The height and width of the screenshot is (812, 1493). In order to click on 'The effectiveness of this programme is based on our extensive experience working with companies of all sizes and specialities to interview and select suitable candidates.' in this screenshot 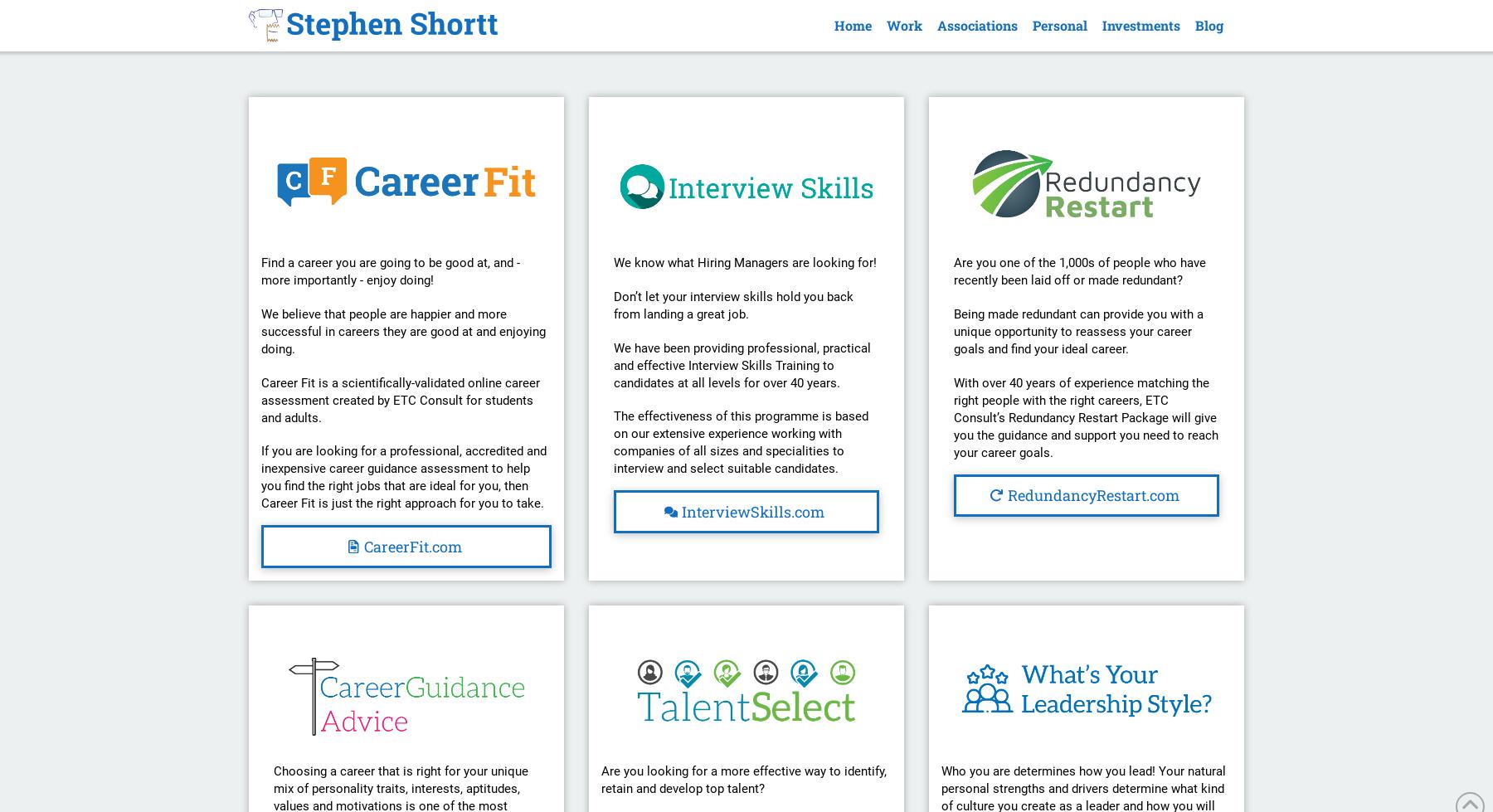, I will do `click(740, 441)`.